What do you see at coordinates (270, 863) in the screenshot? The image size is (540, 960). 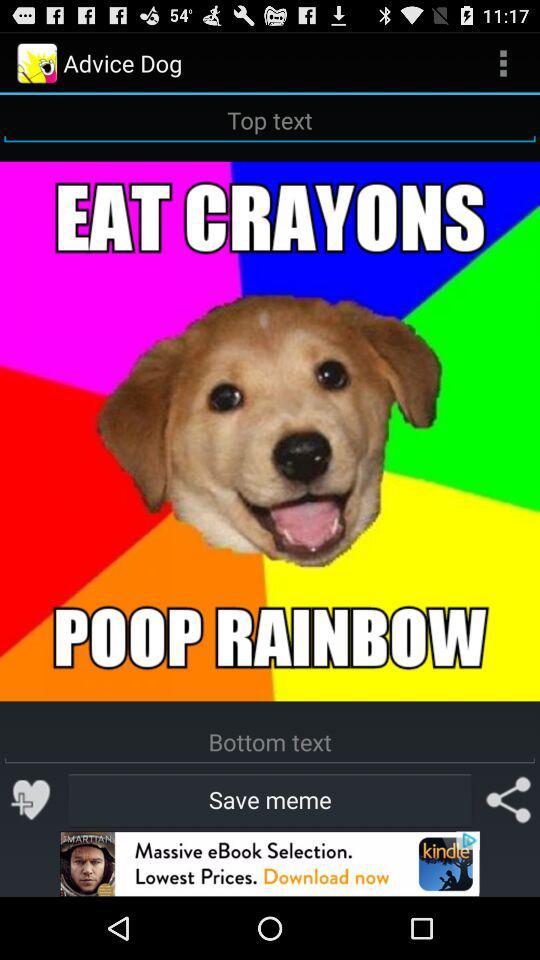 I see `advertisement image` at bounding box center [270, 863].